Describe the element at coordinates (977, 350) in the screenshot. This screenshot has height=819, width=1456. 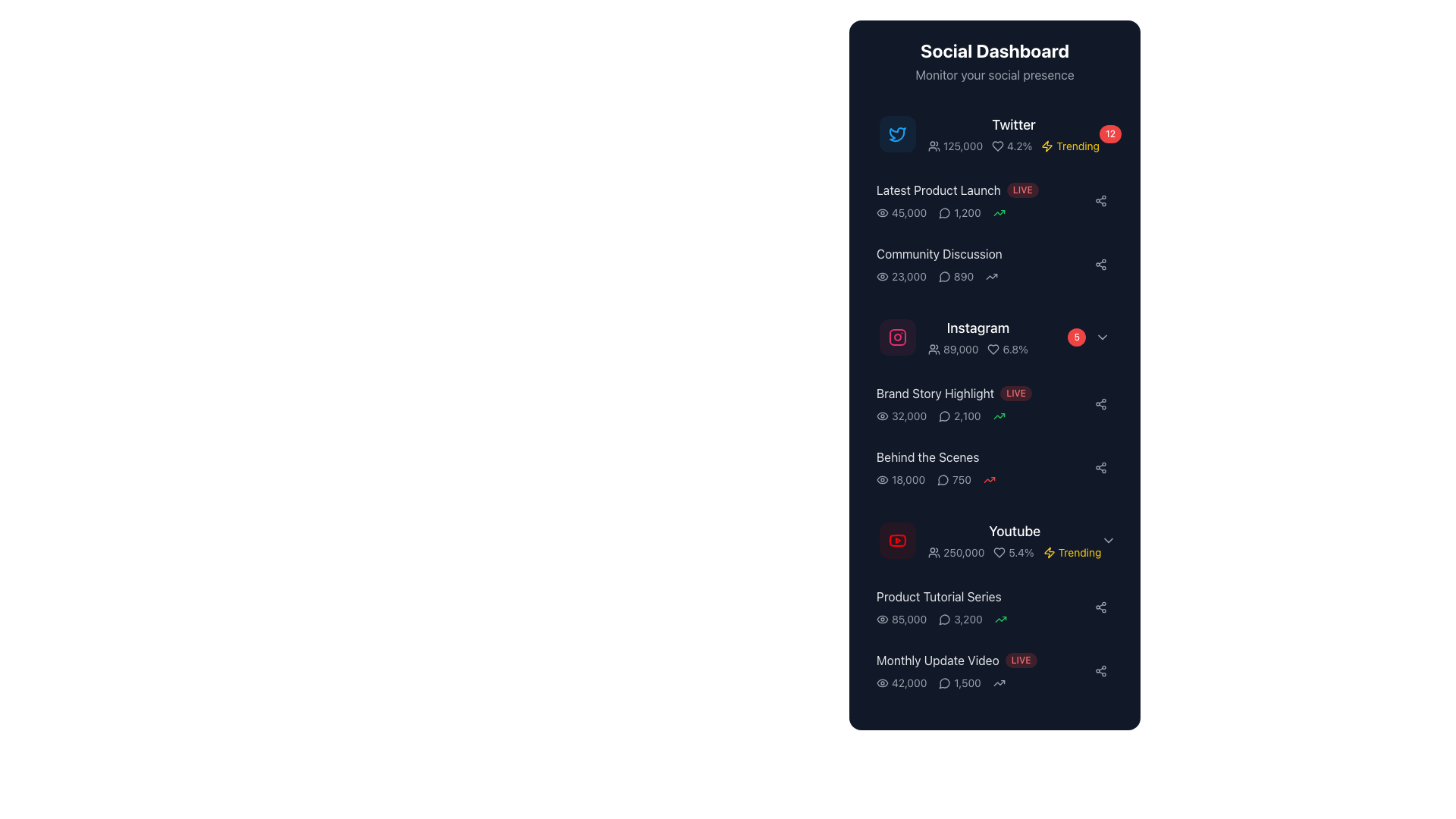
I see `the area adjacent to the Composite informational text and icon group displaying Instagram metrics` at that location.